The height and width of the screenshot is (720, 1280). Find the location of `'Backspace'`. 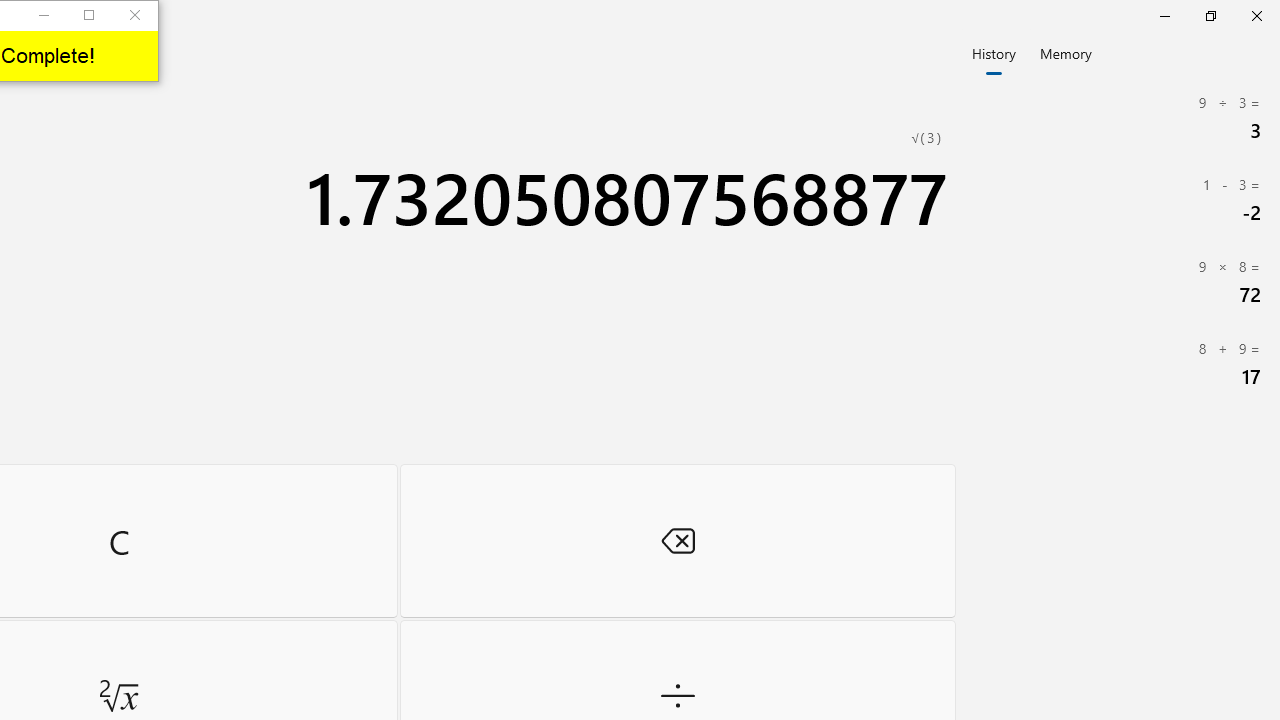

'Backspace' is located at coordinates (677, 540).